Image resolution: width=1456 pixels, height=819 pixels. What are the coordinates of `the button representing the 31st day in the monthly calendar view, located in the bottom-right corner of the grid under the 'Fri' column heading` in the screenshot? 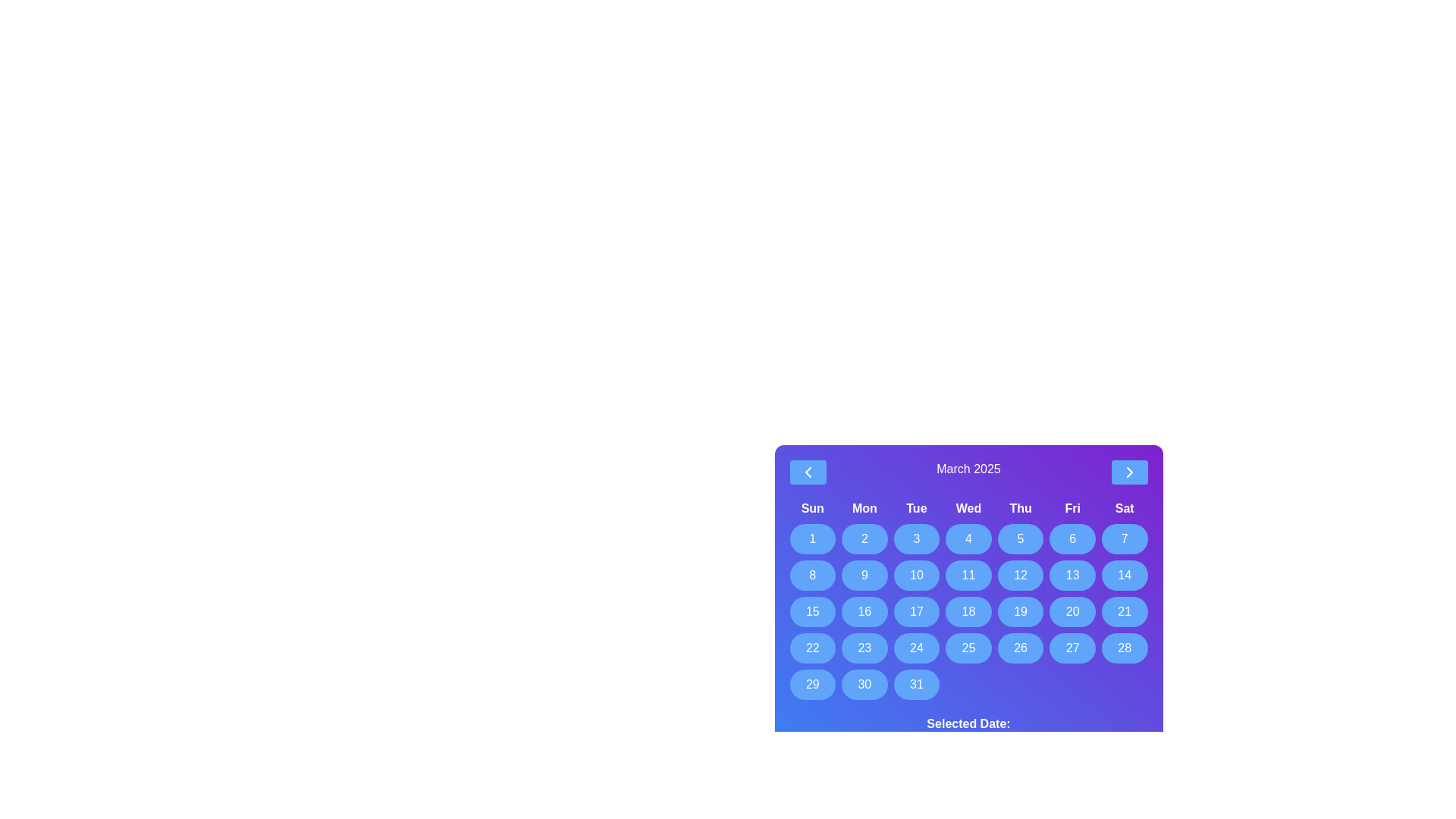 It's located at (915, 684).